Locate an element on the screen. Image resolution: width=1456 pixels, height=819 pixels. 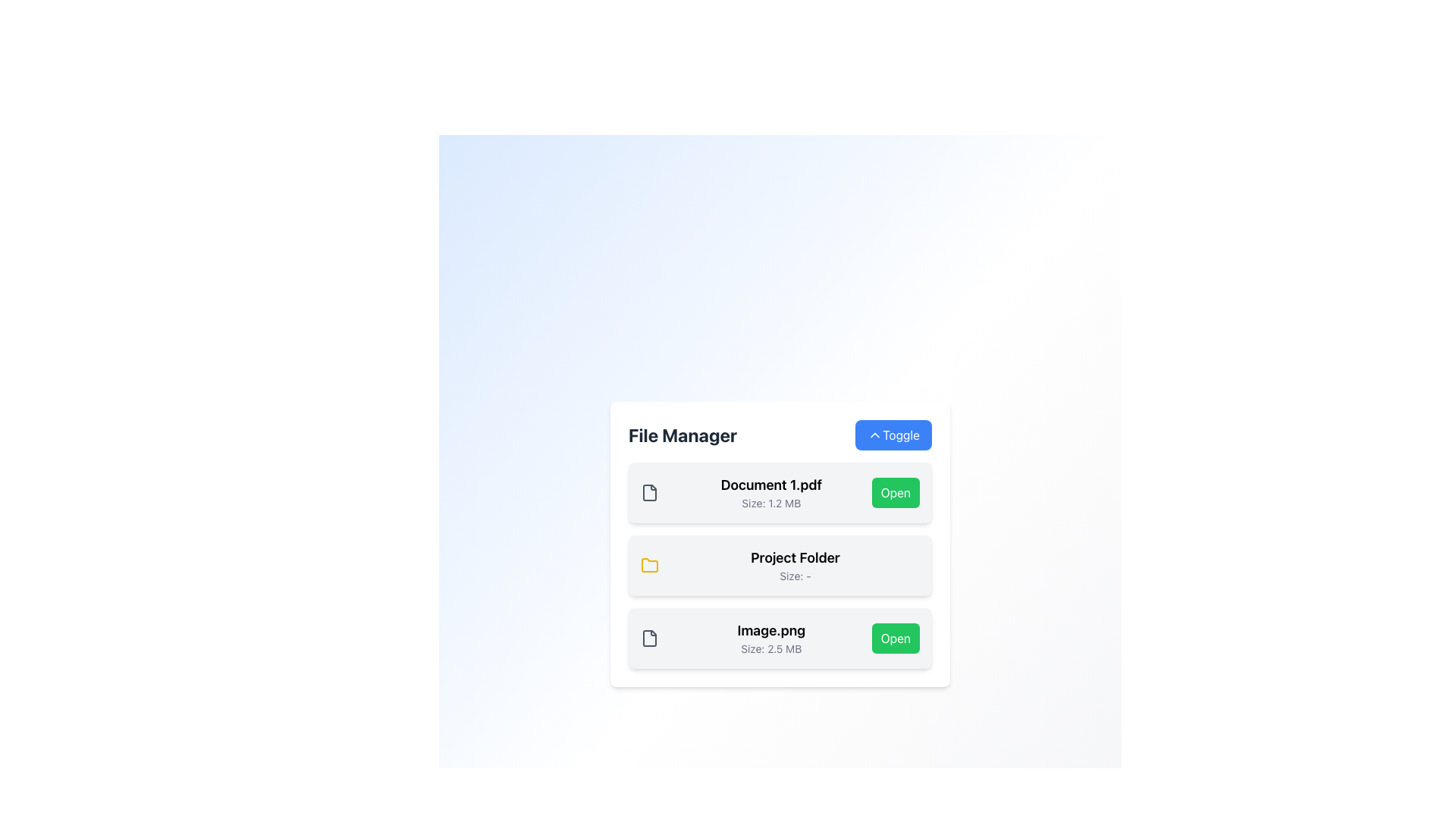
text content of the Text Label displaying 'Size: -' located beneath the 'Project Folder' label is located at coordinates (795, 576).